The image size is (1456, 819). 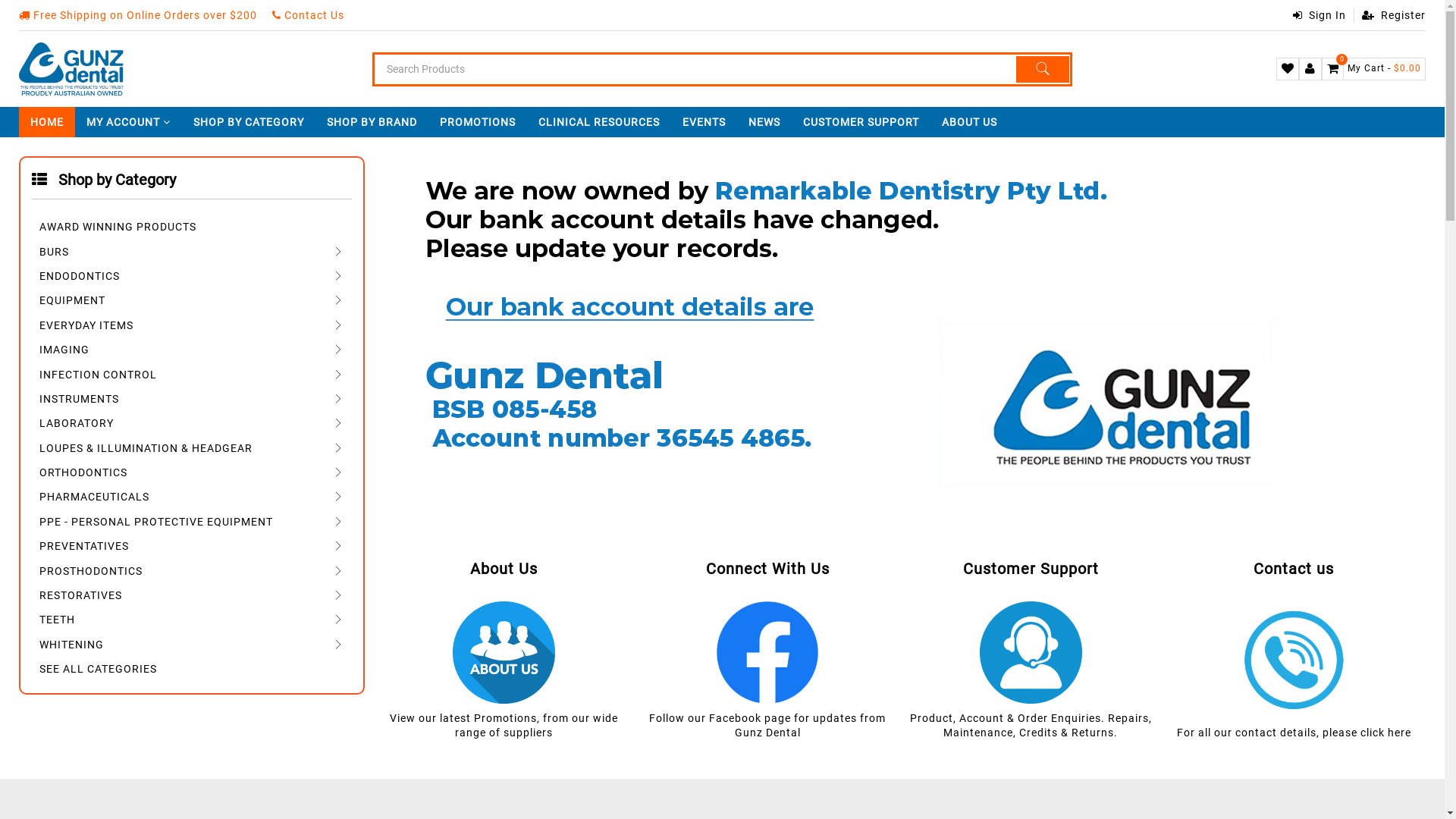 I want to click on 'AWARD WINNING PRODUCTS', so click(x=191, y=227).